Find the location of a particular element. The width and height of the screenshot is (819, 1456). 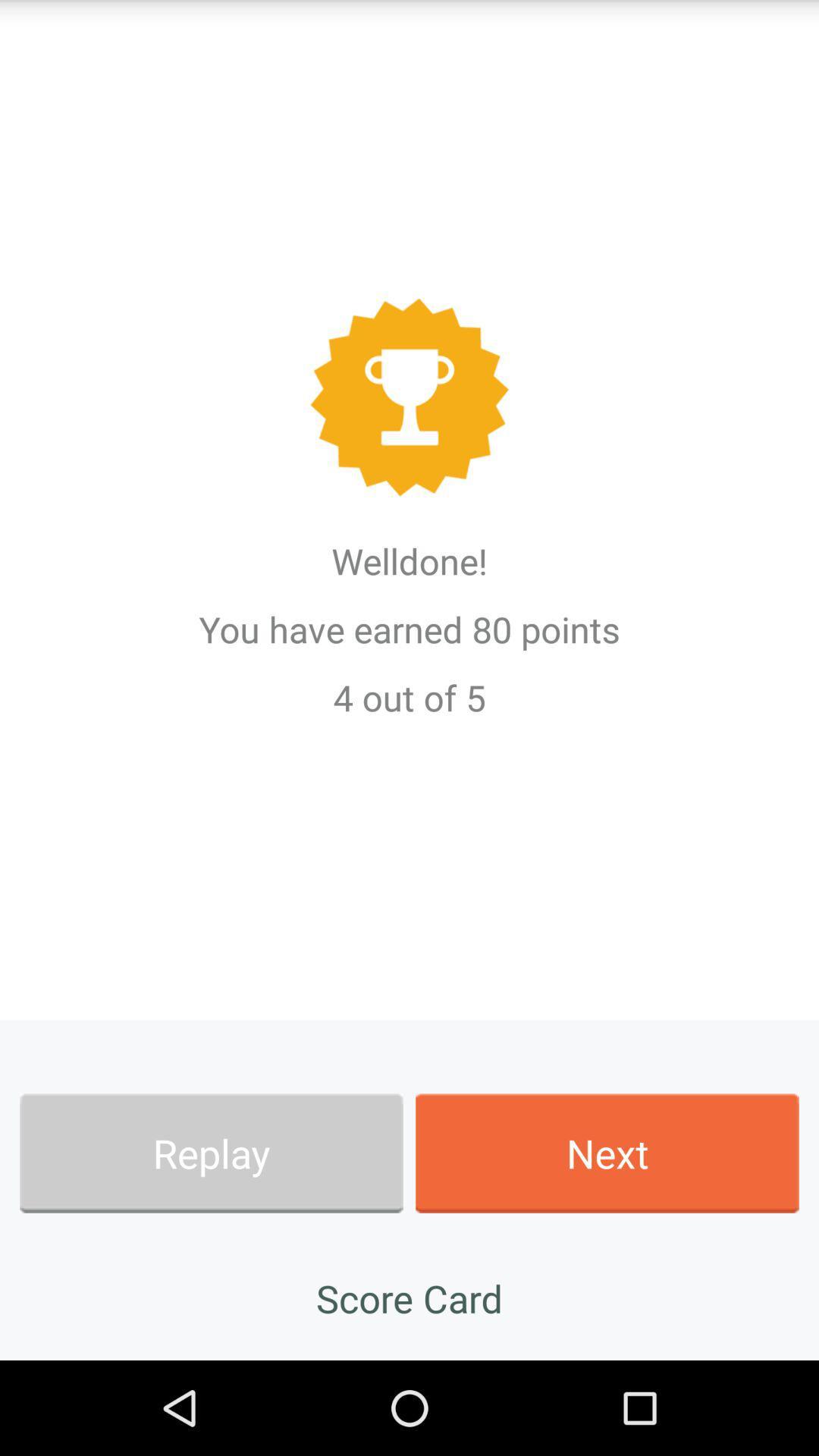

app below the 4 out of is located at coordinates (211, 1153).